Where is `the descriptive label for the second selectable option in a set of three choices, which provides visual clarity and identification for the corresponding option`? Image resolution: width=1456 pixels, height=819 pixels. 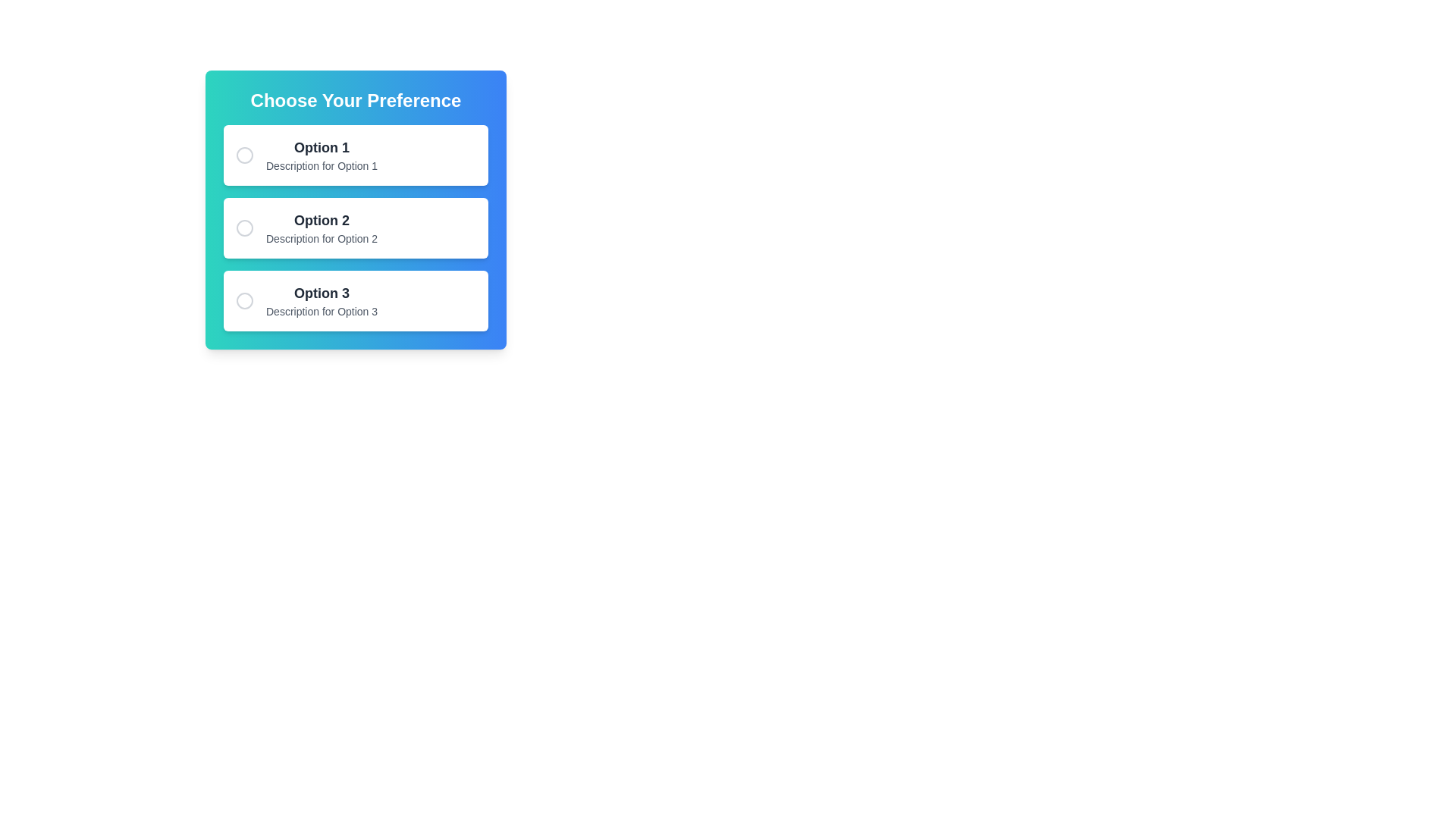 the descriptive label for the second selectable option in a set of three choices, which provides visual clarity and identification for the corresponding option is located at coordinates (321, 220).